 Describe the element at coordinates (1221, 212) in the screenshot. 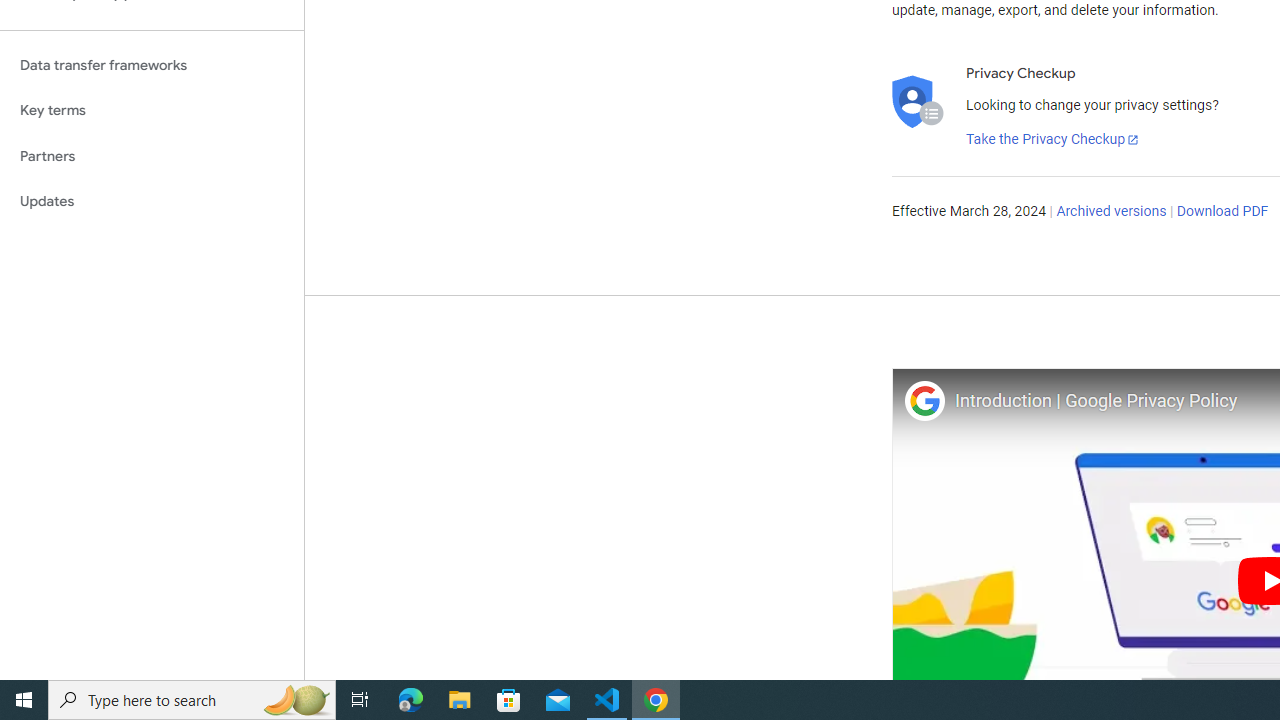

I see `'Download PDF'` at that location.